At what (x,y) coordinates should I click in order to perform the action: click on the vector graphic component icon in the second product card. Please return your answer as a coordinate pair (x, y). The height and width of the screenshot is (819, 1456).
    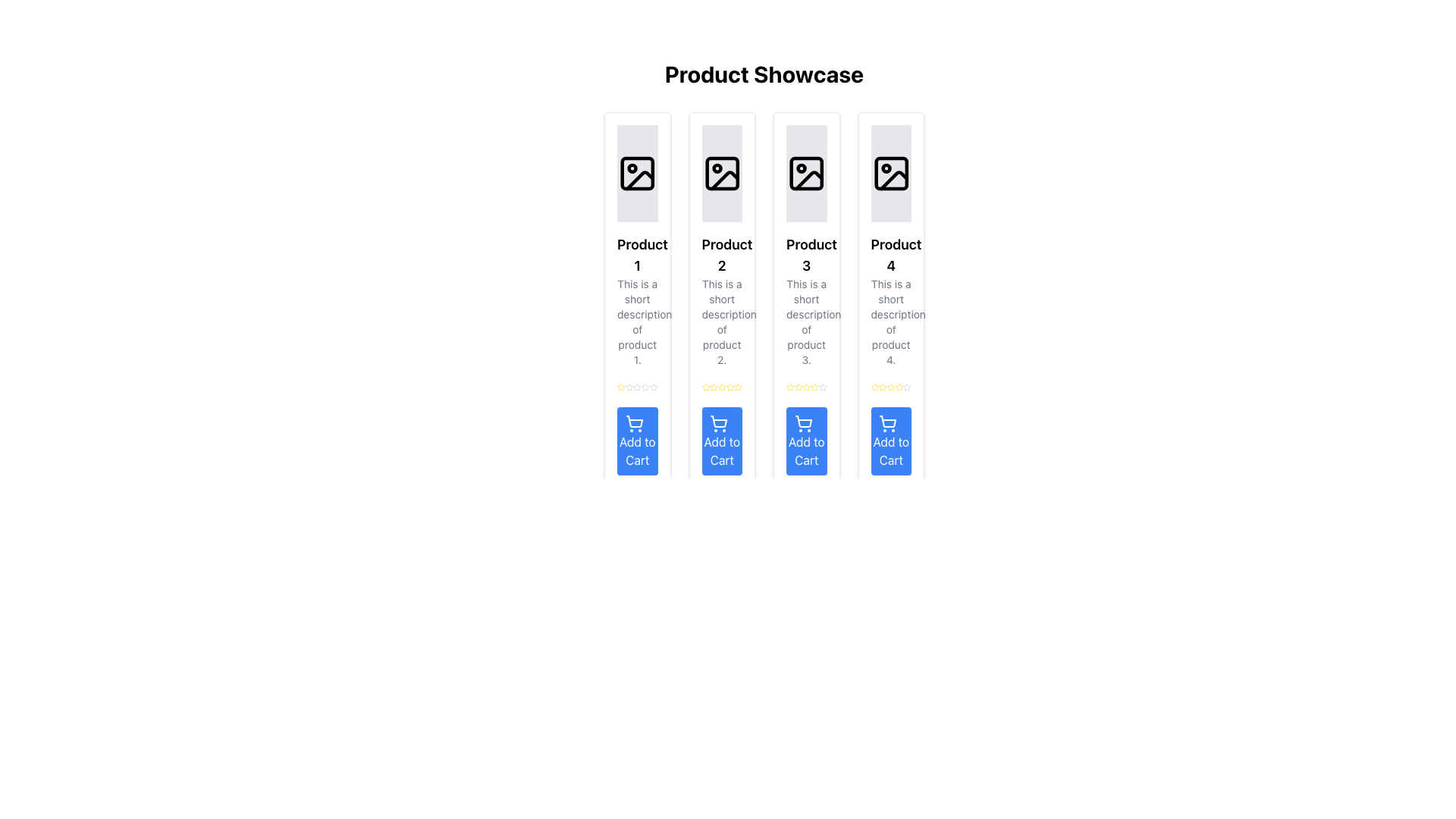
    Looking at the image, I should click on (723, 180).